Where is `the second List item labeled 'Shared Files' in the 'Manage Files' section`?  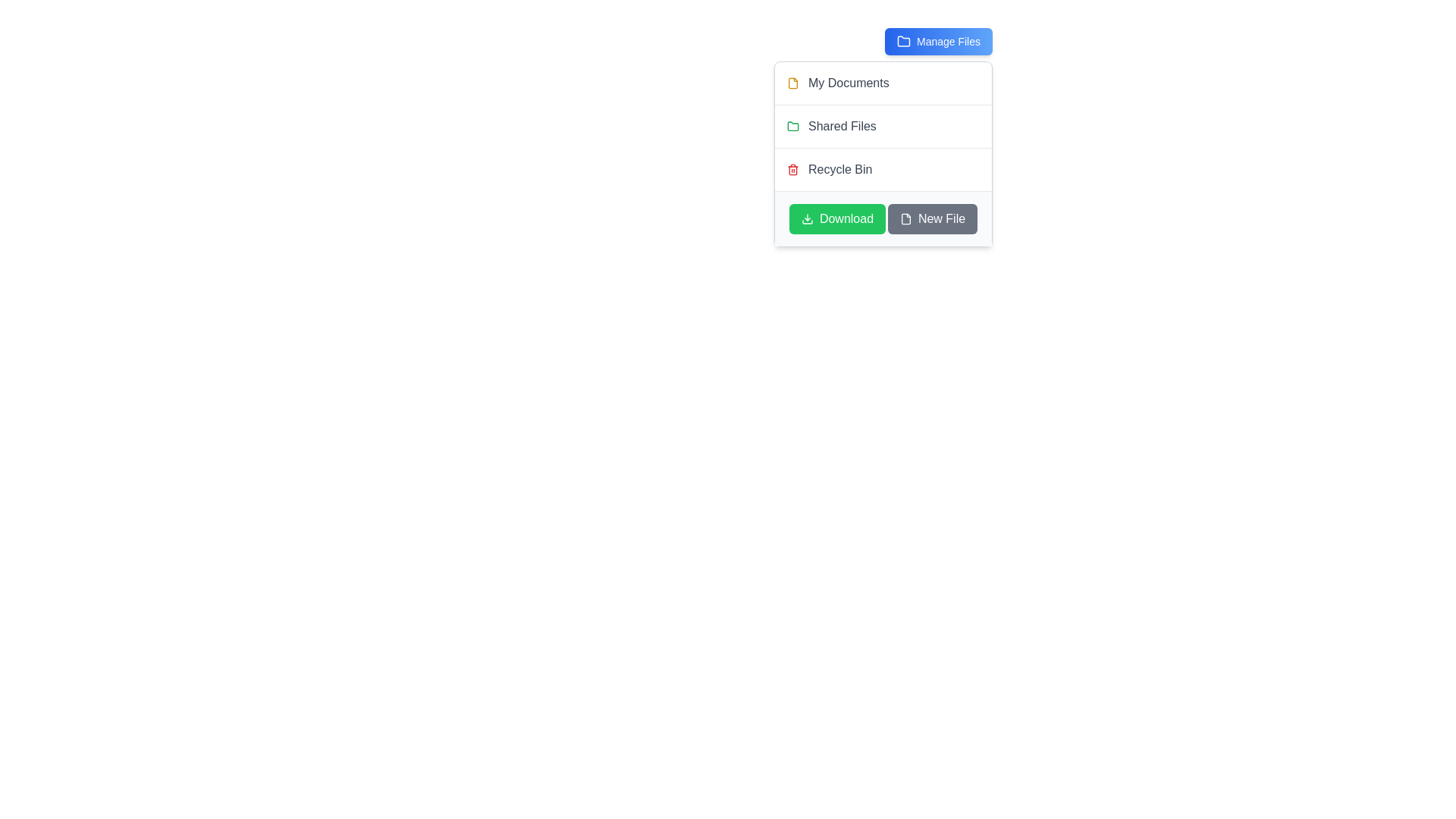
the second List item labeled 'Shared Files' in the 'Manage Files' section is located at coordinates (883, 125).